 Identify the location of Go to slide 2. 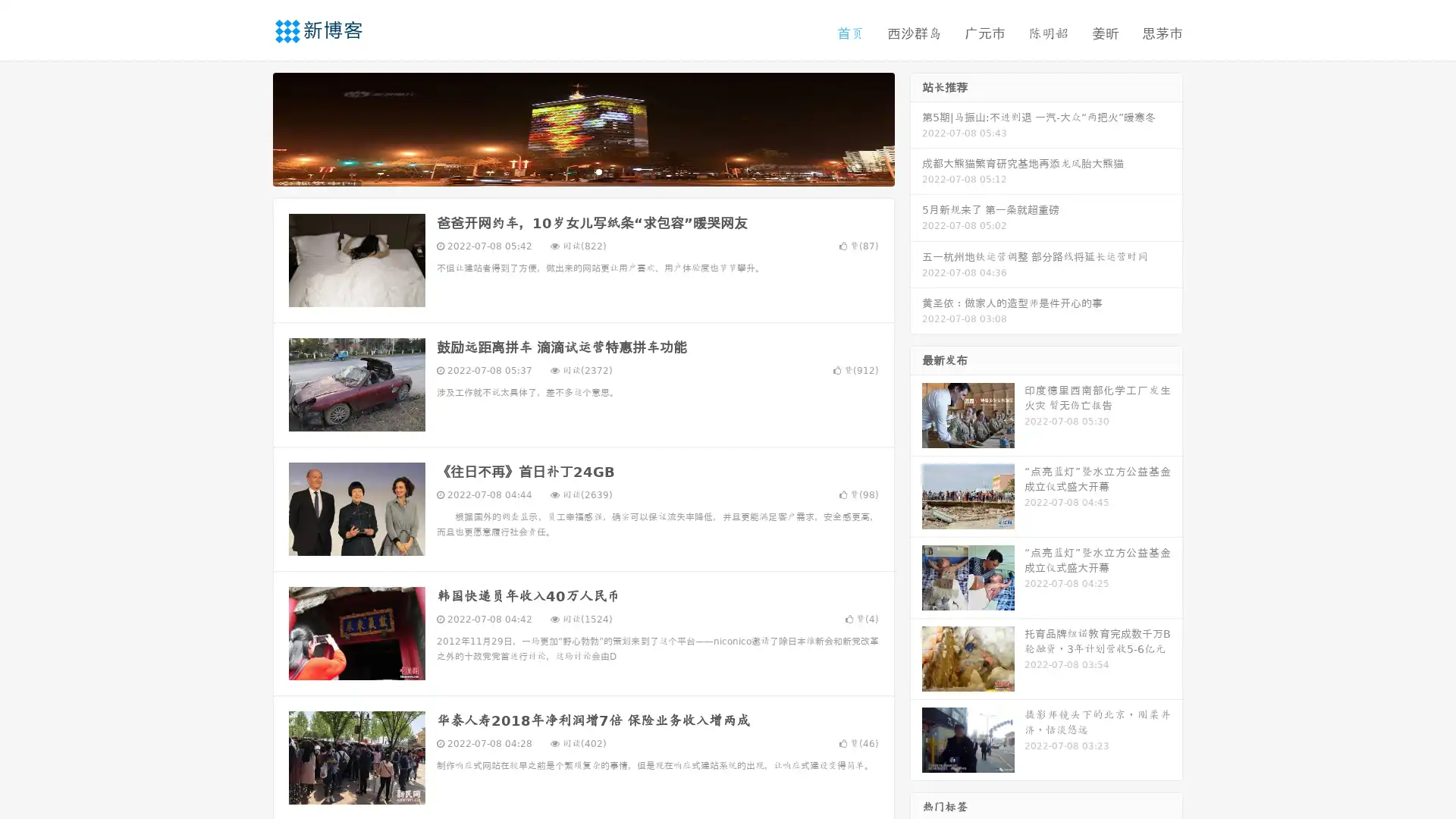
(582, 171).